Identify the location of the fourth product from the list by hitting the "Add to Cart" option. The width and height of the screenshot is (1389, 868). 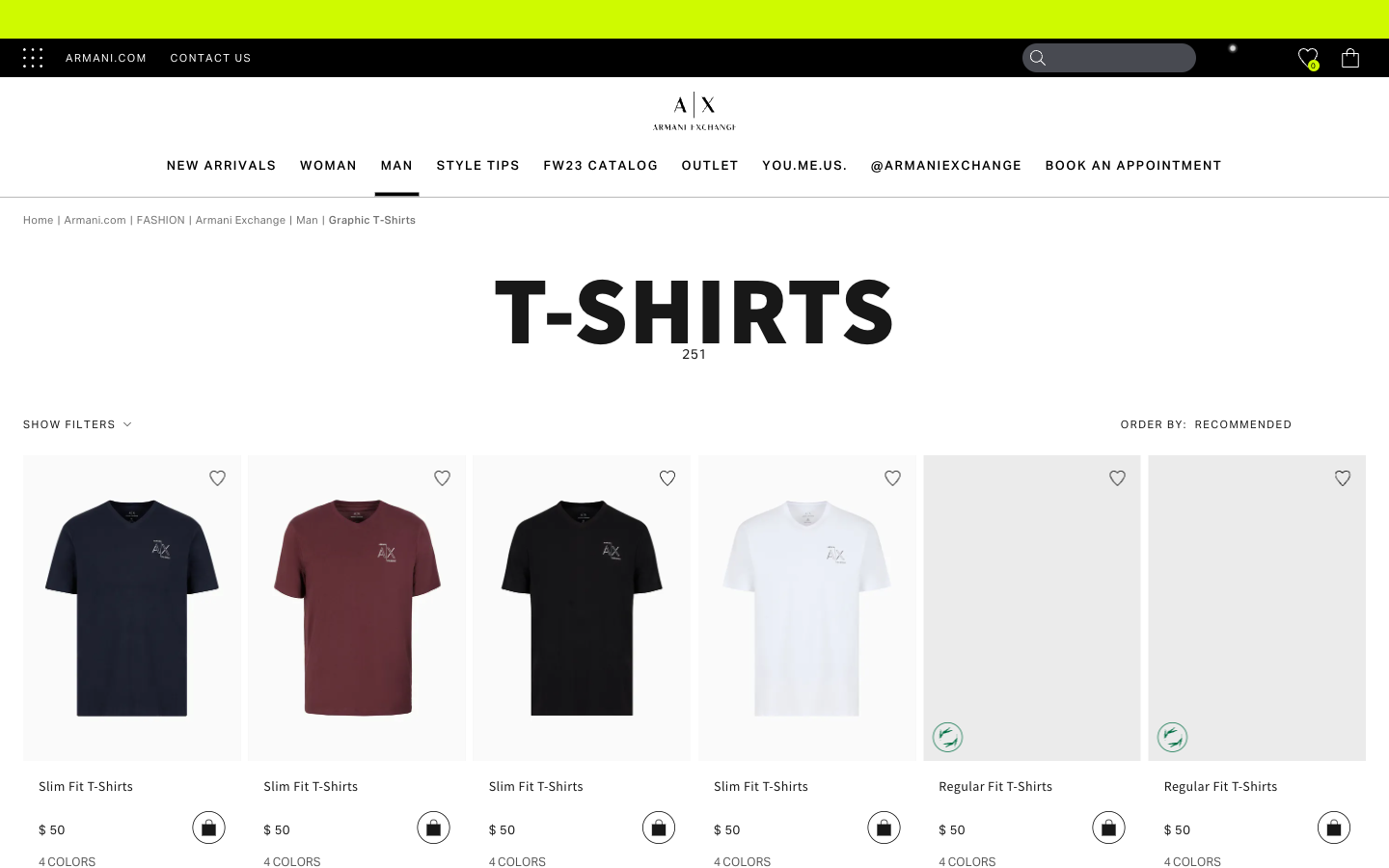
(883, 827).